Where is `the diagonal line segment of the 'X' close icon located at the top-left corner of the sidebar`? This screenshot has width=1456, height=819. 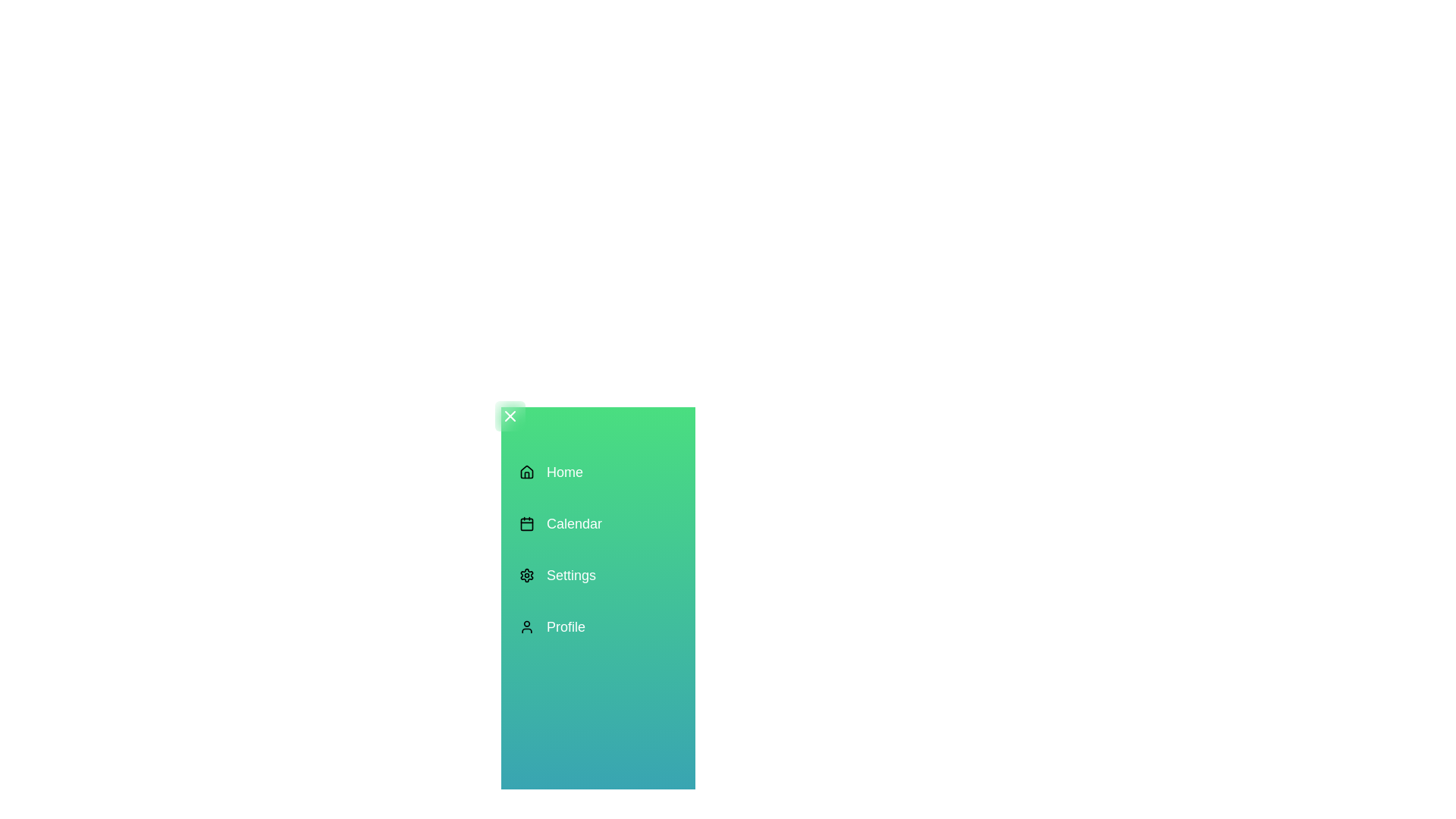
the diagonal line segment of the 'X' close icon located at the top-left corner of the sidebar is located at coordinates (510, 416).